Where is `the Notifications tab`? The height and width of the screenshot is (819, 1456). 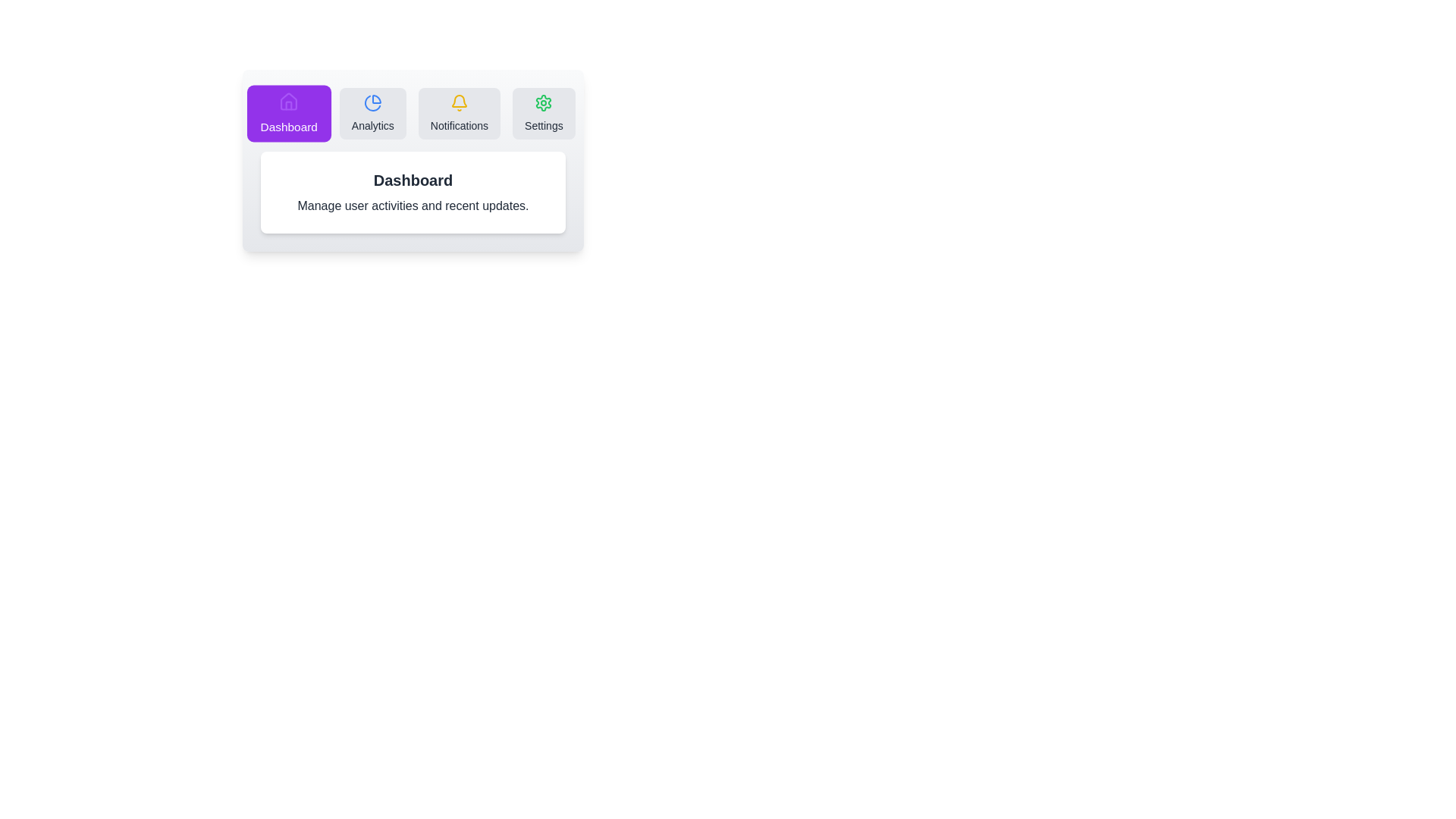 the Notifications tab is located at coordinates (458, 113).